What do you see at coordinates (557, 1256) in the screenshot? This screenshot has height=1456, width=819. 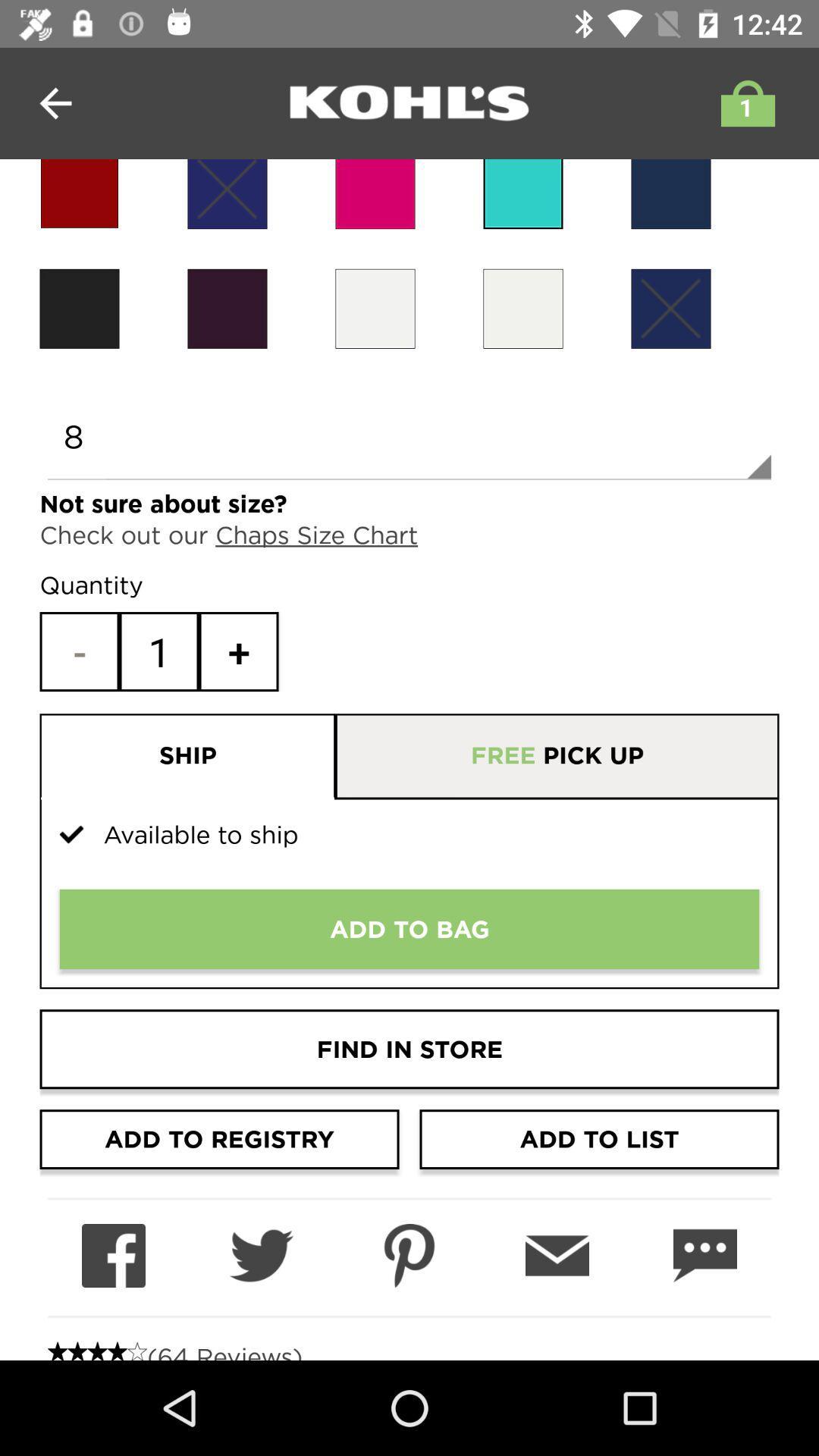 I see `share the item via email` at bounding box center [557, 1256].